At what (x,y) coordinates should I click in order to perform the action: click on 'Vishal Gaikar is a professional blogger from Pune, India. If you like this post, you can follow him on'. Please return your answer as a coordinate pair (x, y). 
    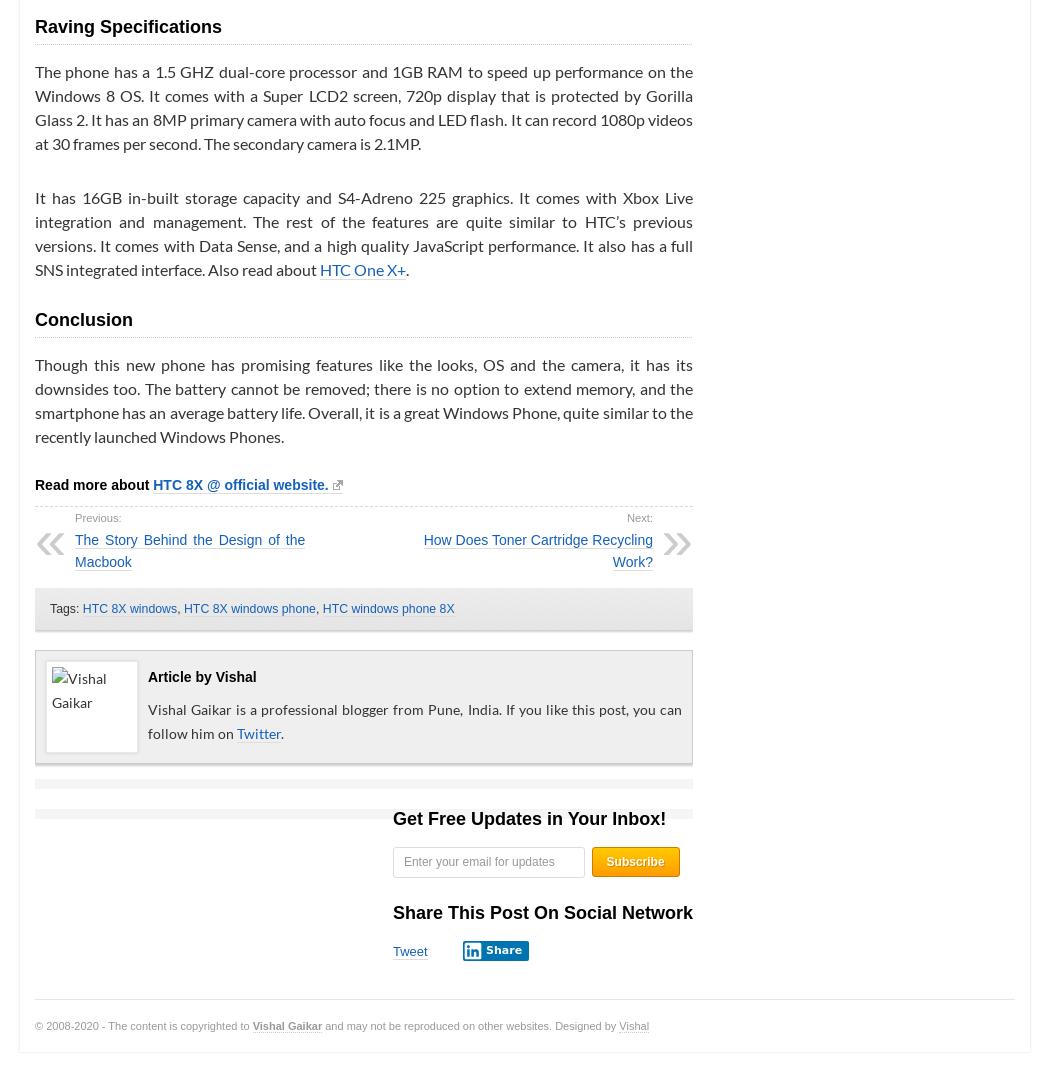
    Looking at the image, I should click on (147, 721).